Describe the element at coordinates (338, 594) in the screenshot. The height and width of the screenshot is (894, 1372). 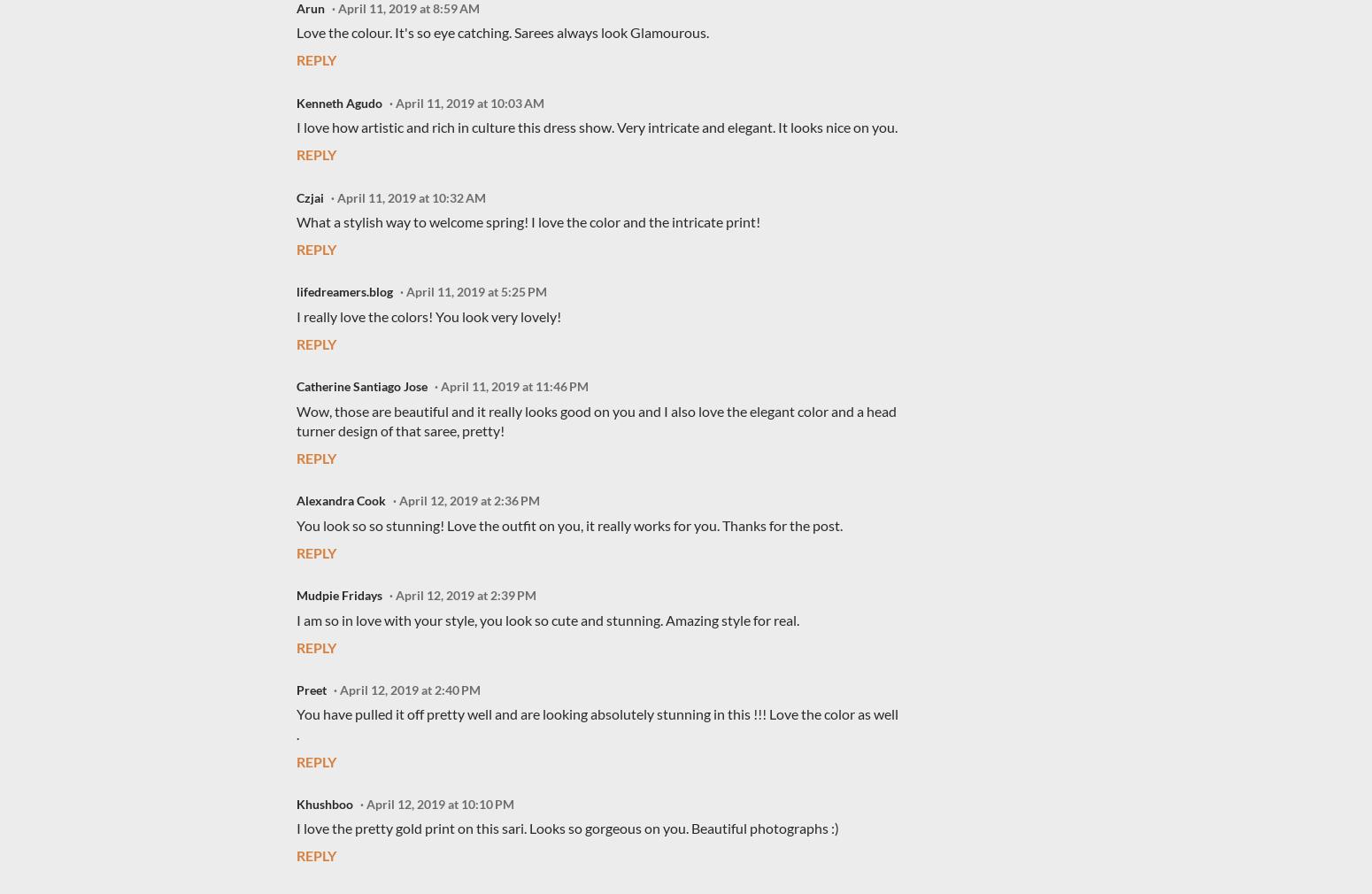
I see `'Mudpie Fridays'` at that location.